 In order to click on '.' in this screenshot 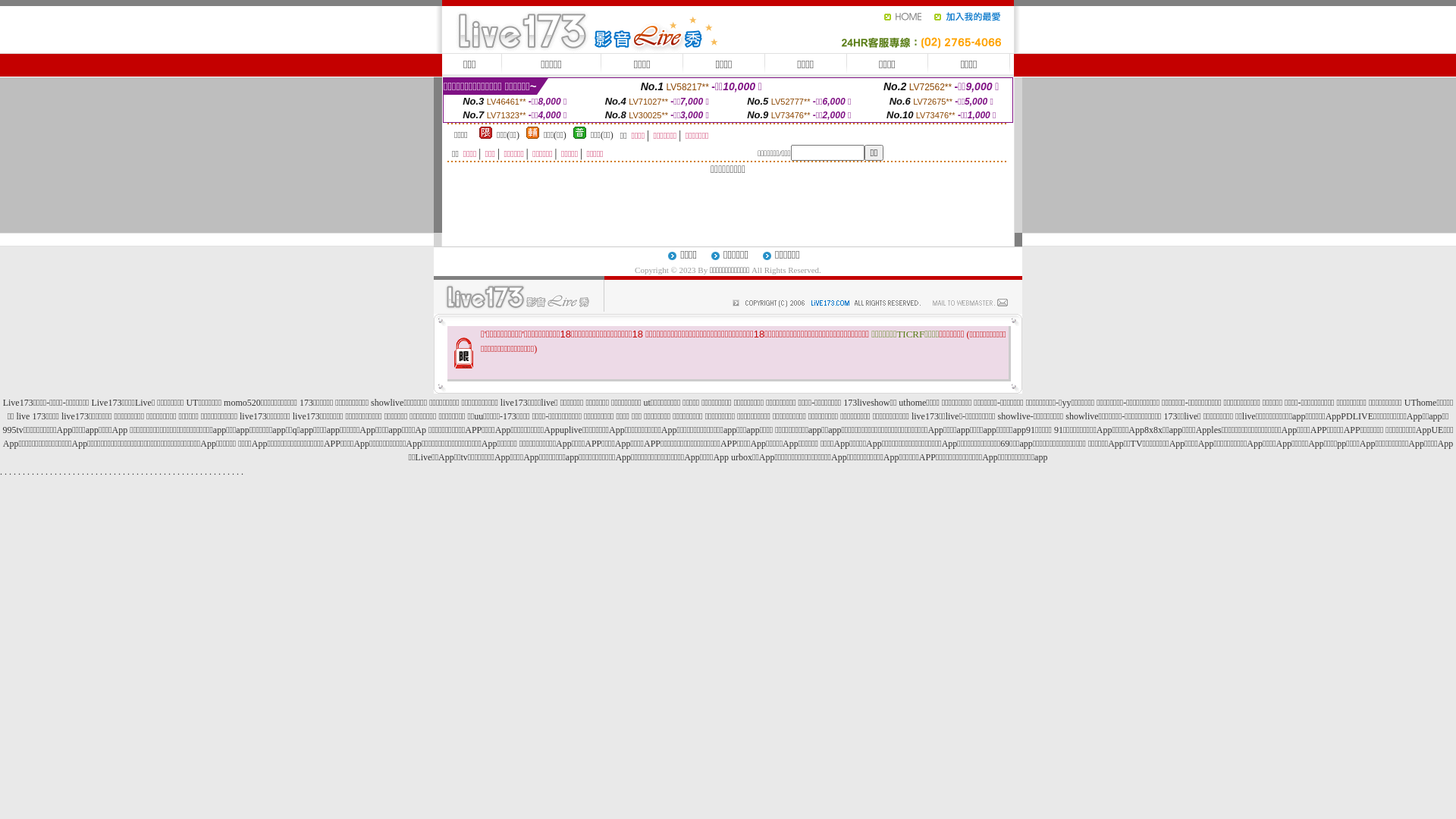, I will do `click(100, 470)`.